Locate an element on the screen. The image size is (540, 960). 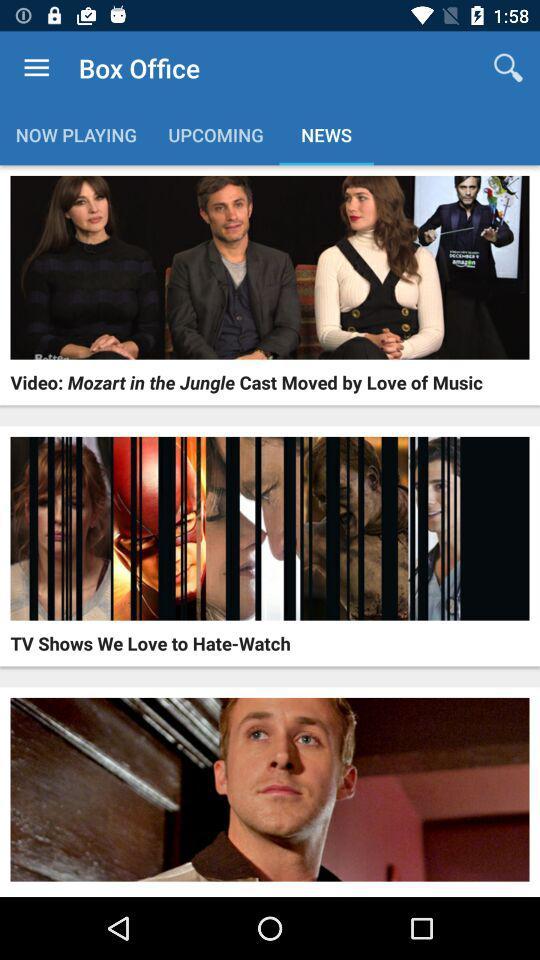
the app to the right of box office icon is located at coordinates (508, 68).